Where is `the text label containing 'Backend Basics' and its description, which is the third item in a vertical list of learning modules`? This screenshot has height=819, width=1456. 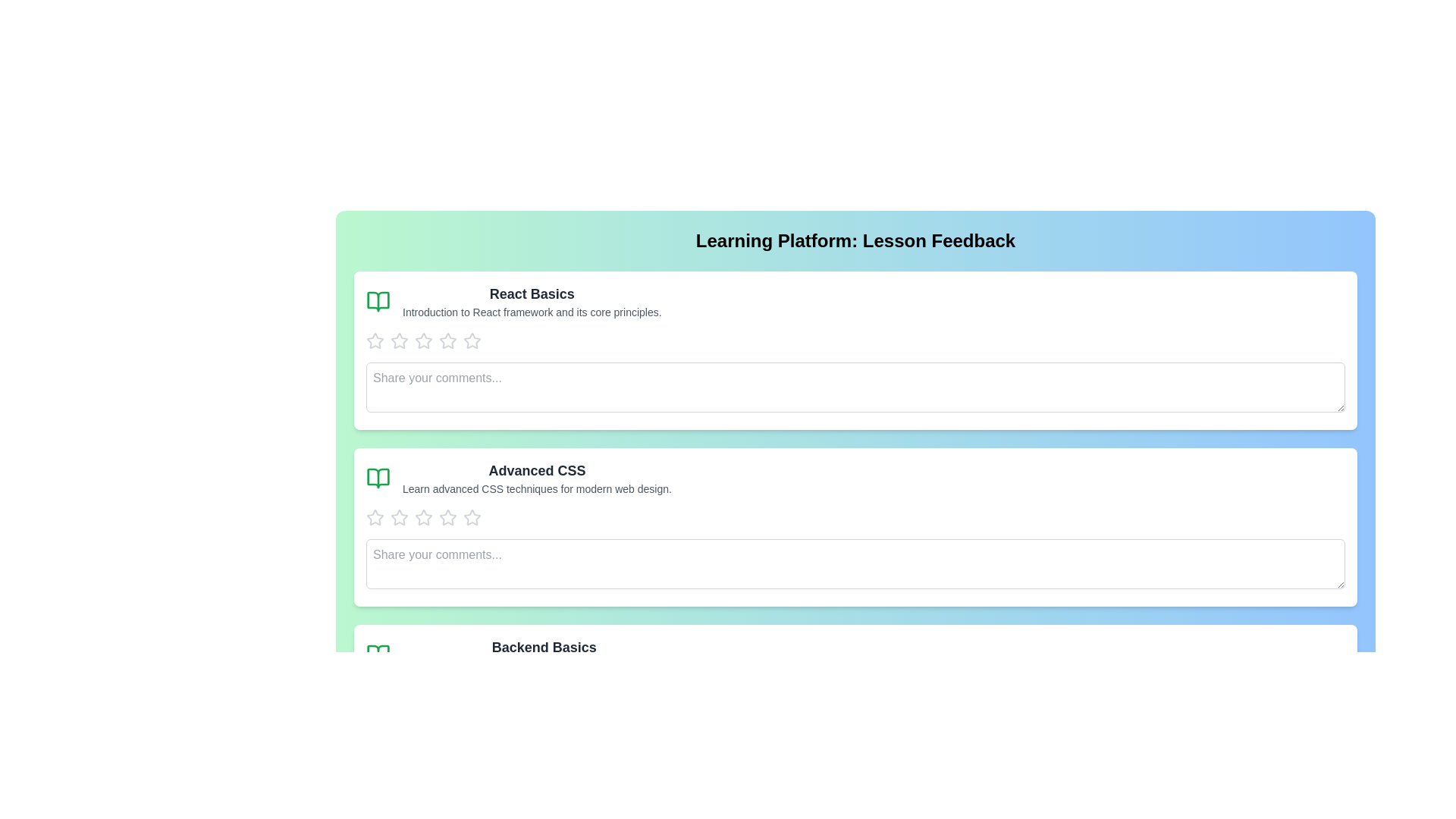
the text label containing 'Backend Basics' and its description, which is the third item in a vertical list of learning modules is located at coordinates (544, 654).